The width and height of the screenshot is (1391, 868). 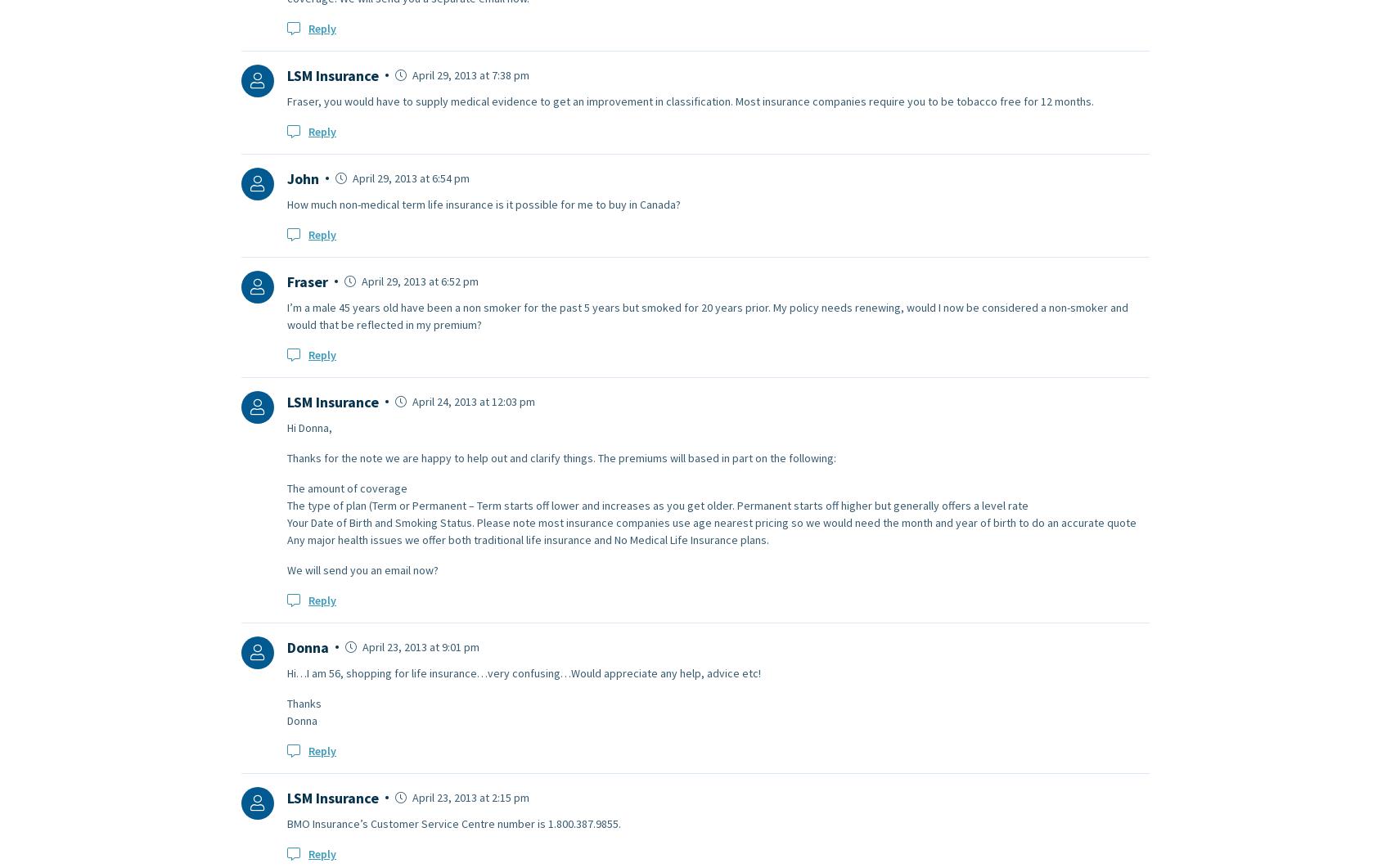 I want to click on 'Any major health issues we offer both traditional life insurance and No Medical Life Insurance plans.', so click(x=286, y=537).